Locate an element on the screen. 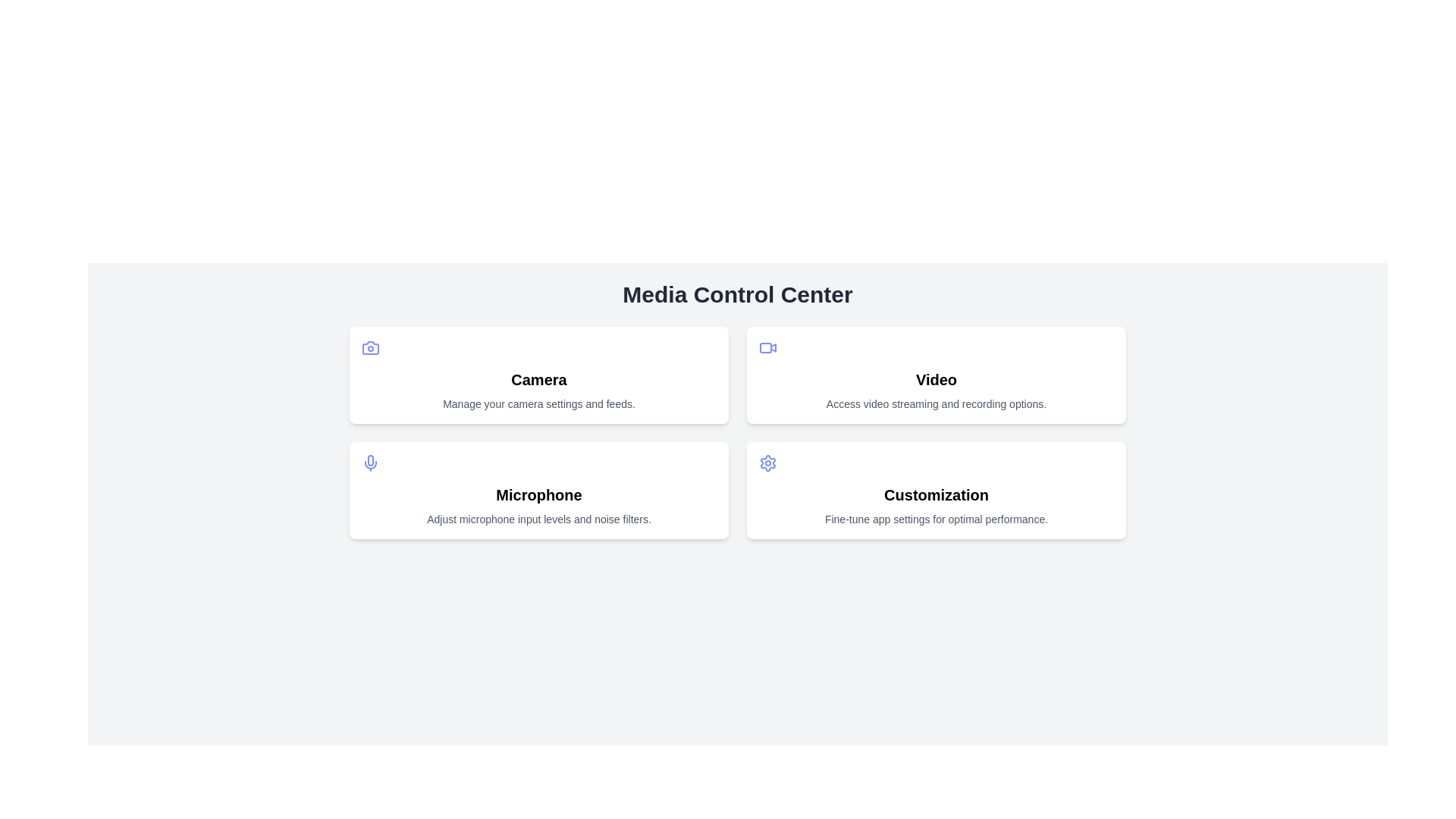  heading or title text of the fourth card in the 2x2 grid beneath the 'Media Control Center' heading is located at coordinates (935, 494).